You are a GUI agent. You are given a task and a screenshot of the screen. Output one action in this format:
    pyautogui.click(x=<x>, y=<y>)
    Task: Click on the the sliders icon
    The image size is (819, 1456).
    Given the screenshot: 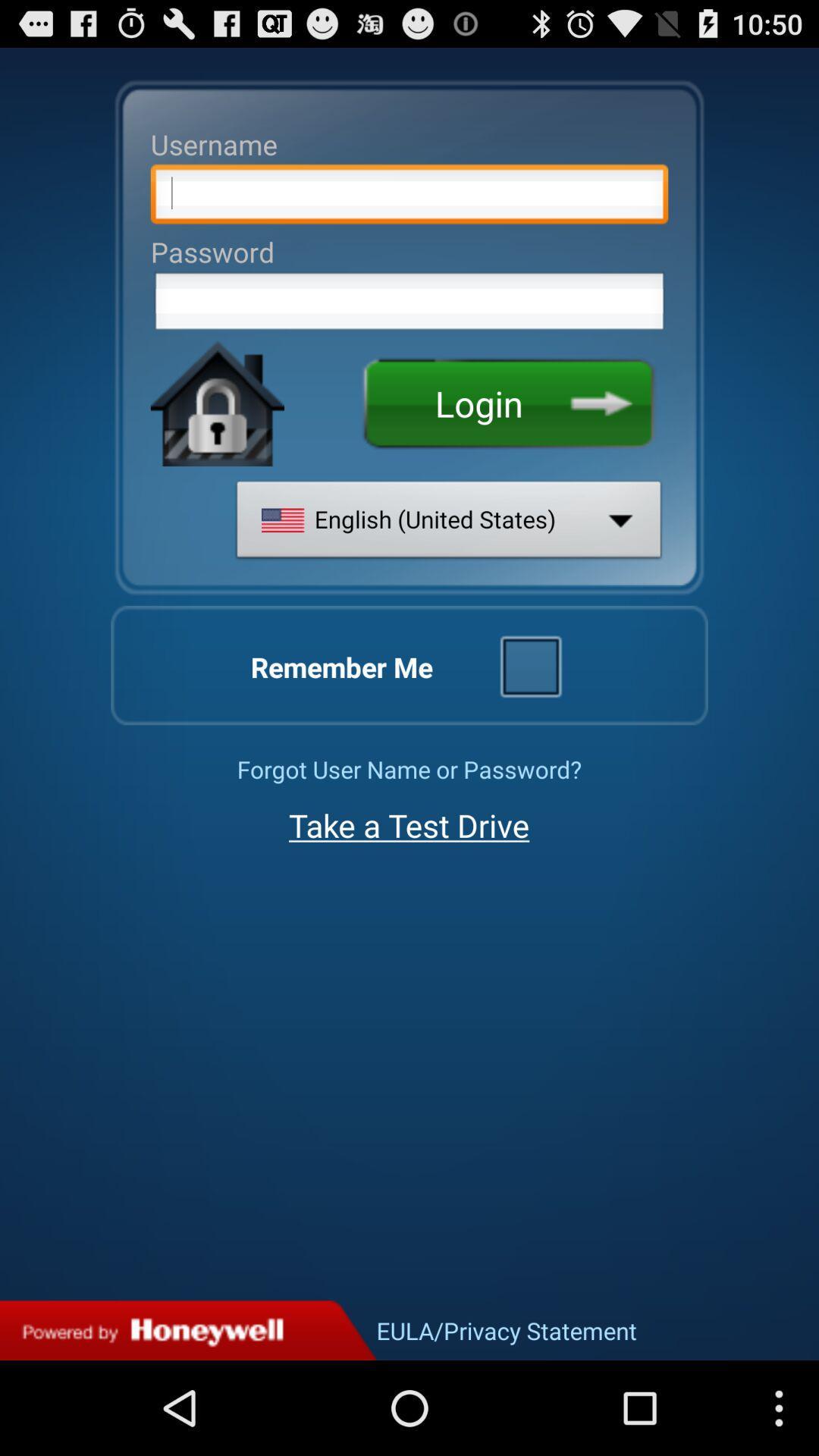 What is the action you would take?
    pyautogui.click(x=187, y=1423)
    